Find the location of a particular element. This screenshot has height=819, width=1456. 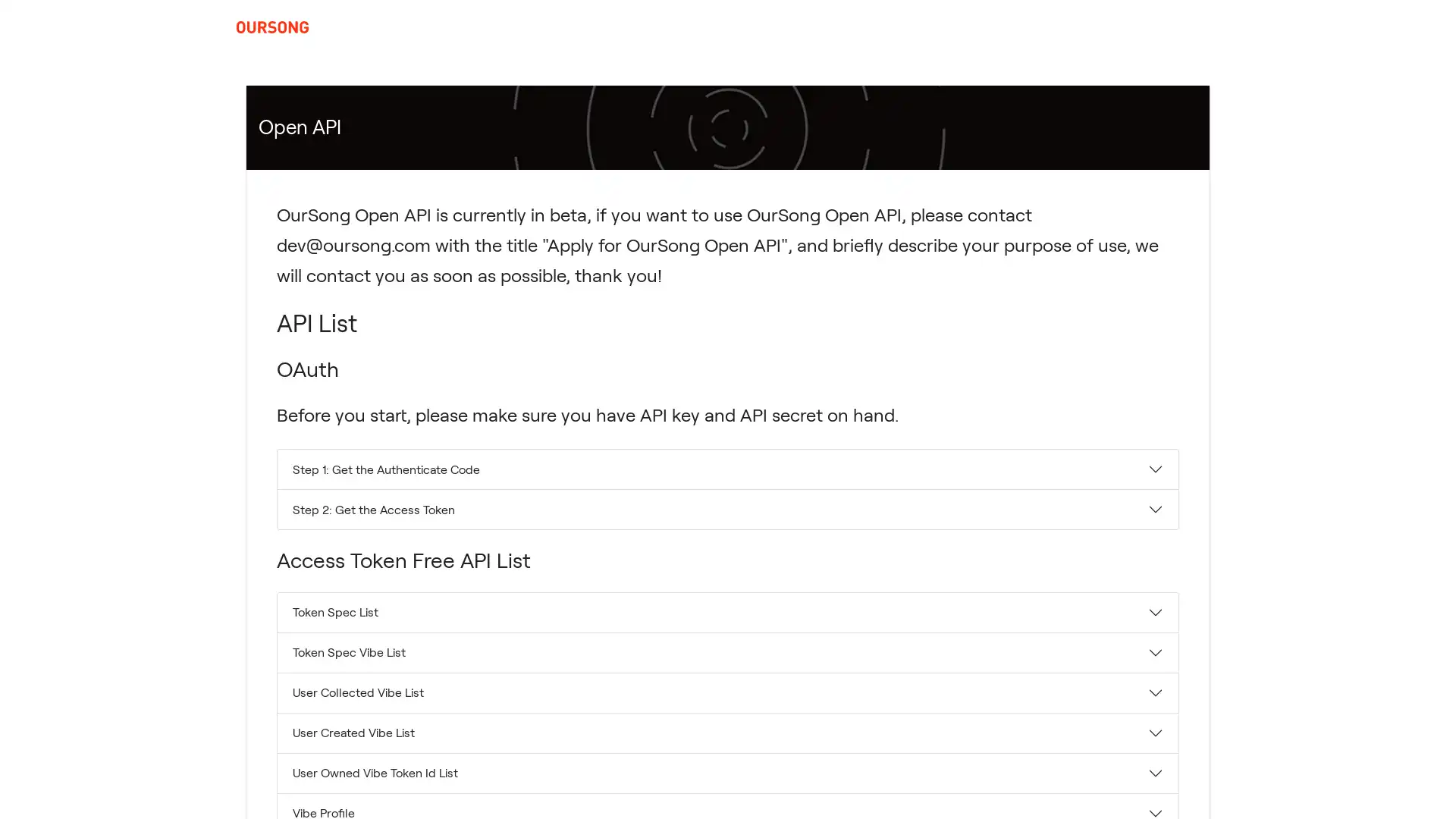

Token Spec Vibe List is located at coordinates (728, 651).